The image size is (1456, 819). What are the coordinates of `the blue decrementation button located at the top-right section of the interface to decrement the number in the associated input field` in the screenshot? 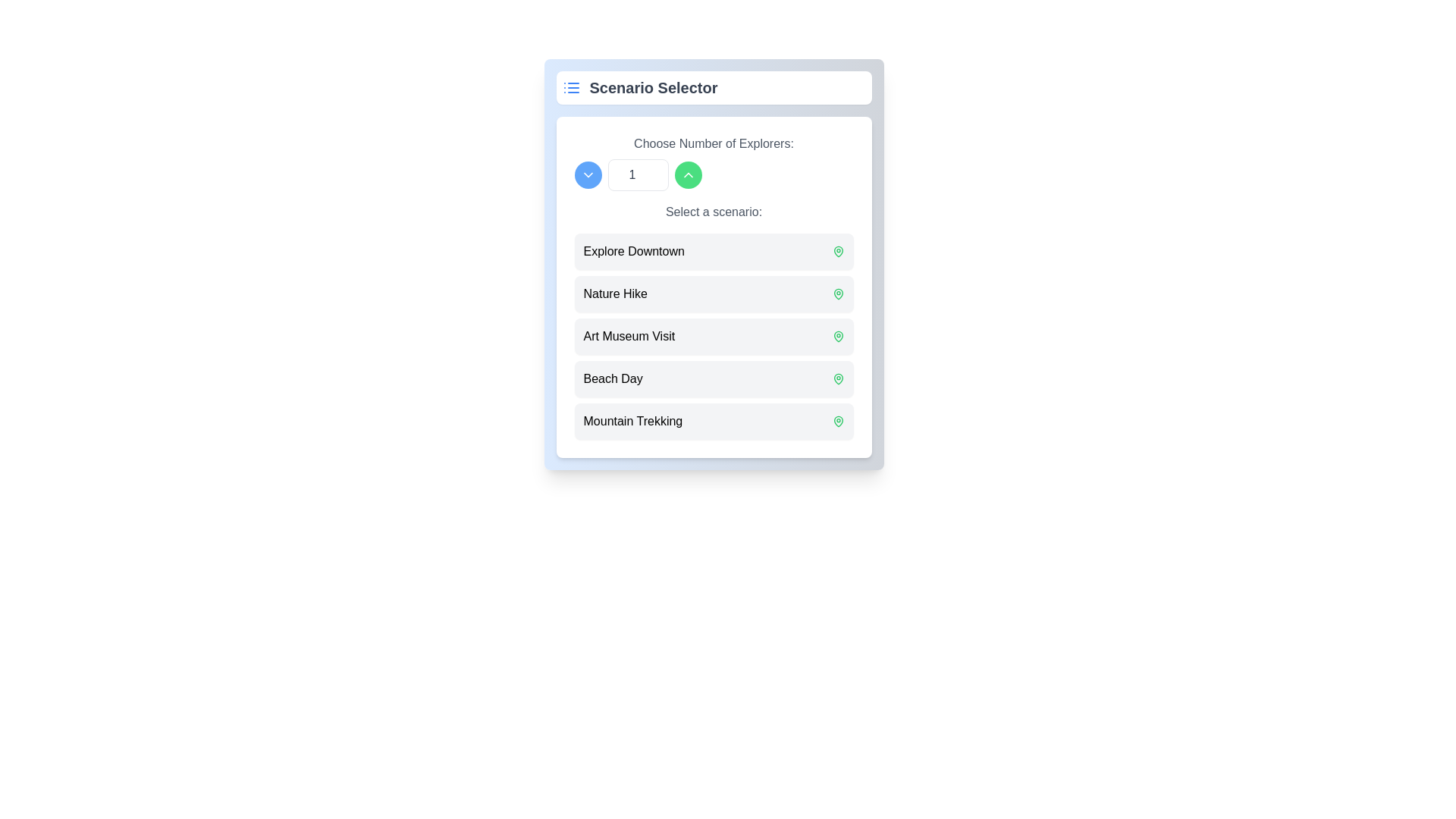 It's located at (587, 174).